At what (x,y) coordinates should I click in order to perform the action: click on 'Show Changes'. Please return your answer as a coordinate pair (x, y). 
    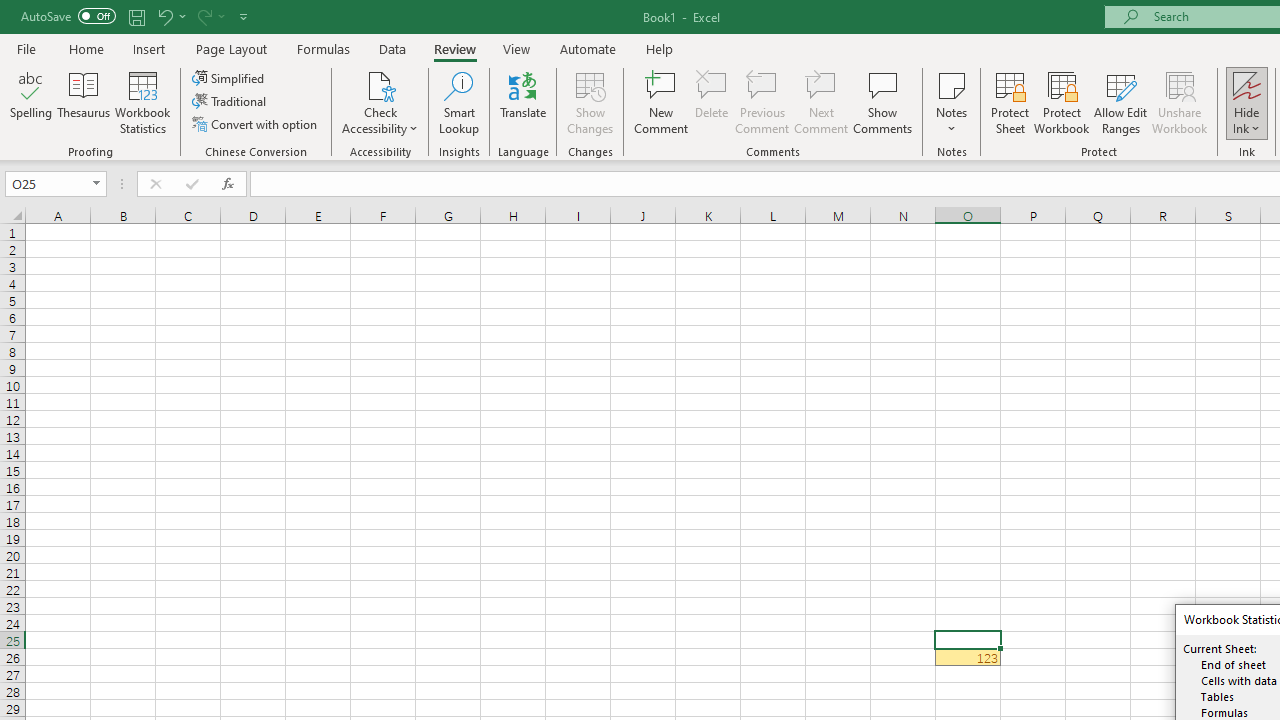
    Looking at the image, I should click on (589, 103).